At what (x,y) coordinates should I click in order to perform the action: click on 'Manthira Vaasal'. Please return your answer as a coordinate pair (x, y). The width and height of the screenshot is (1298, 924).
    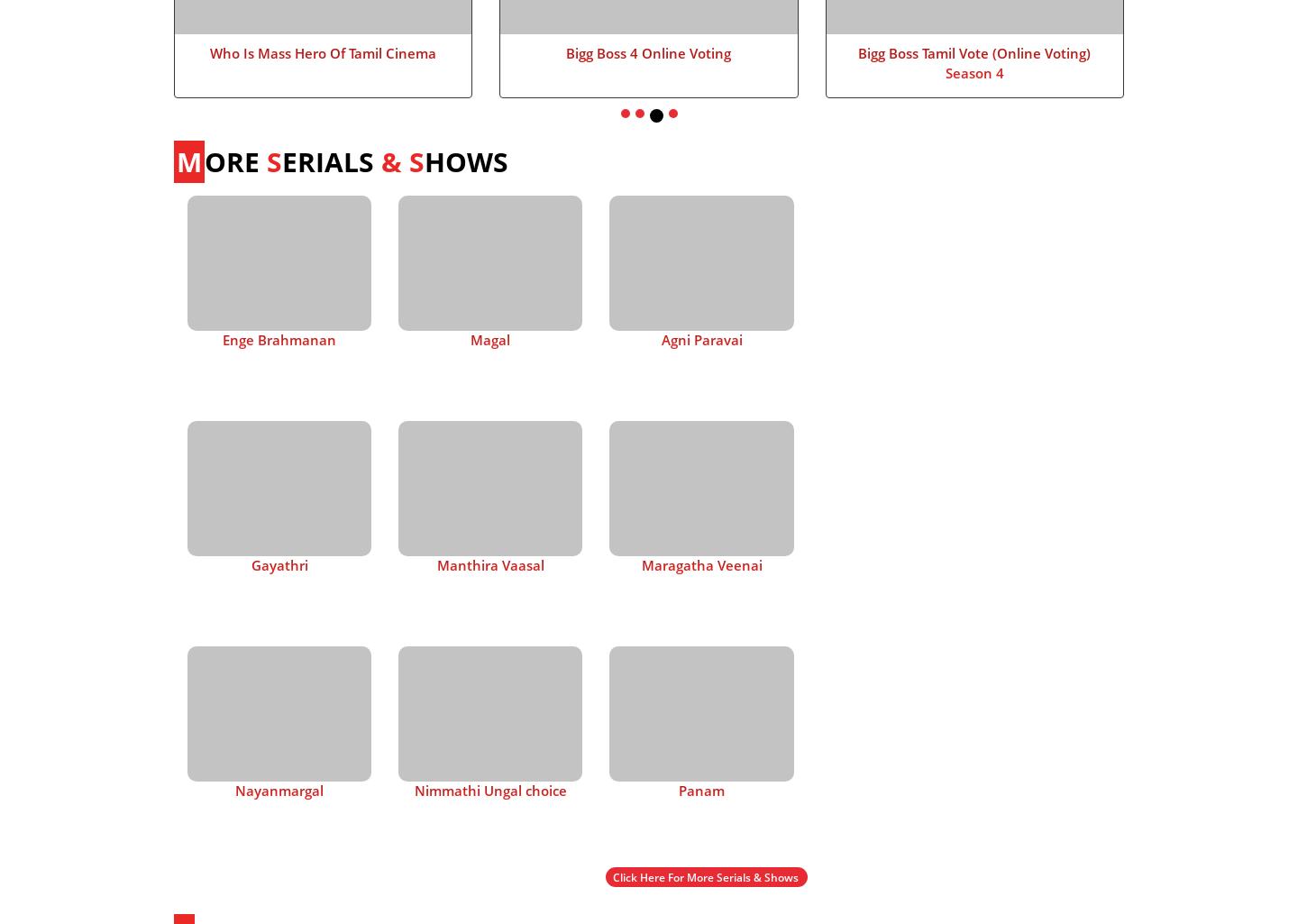
    Looking at the image, I should click on (489, 563).